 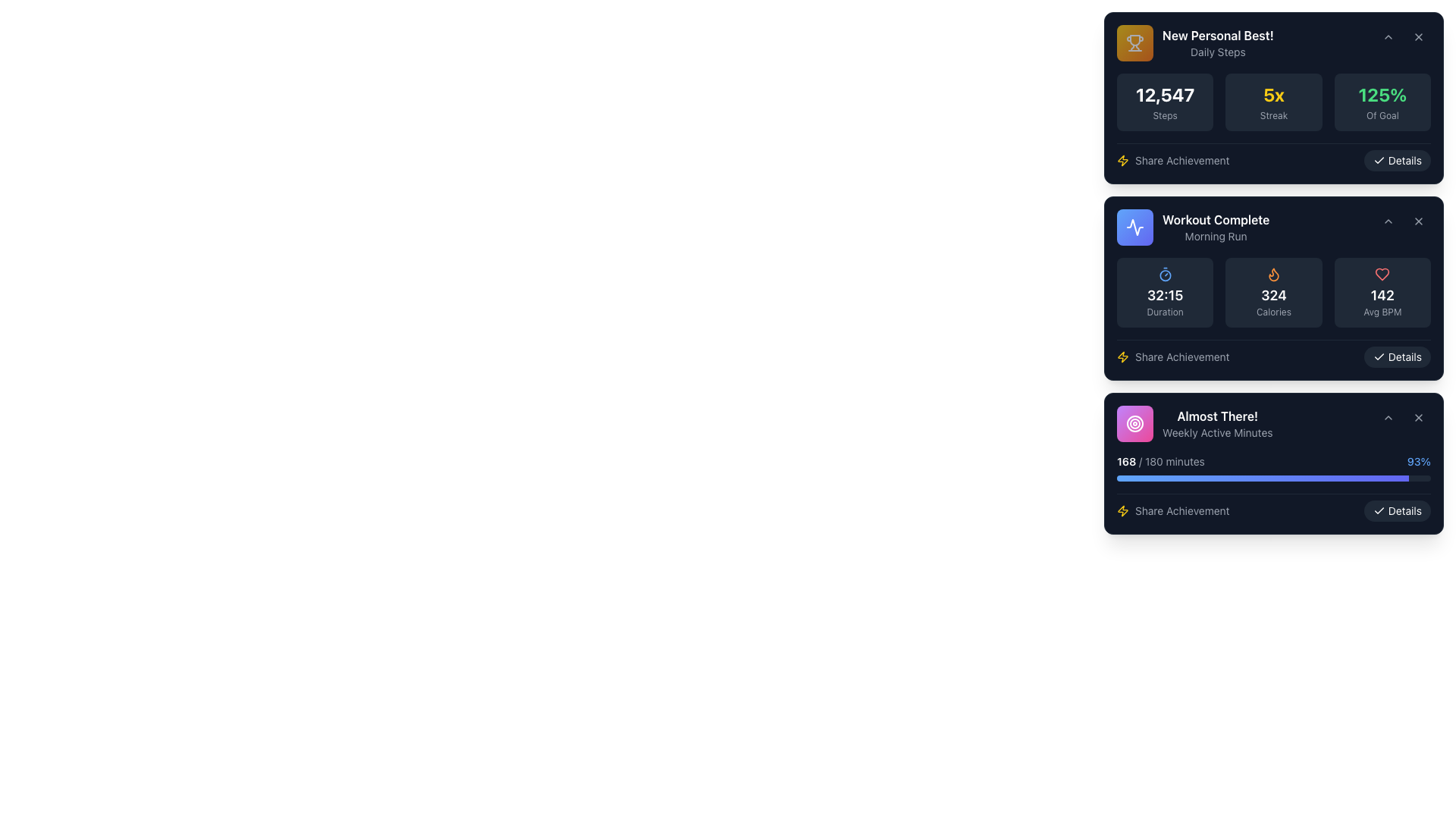 I want to click on the 'close' button located in the top-right corner of the 'New Personal Best!' card under 'Daily Steps', so click(x=1418, y=36).